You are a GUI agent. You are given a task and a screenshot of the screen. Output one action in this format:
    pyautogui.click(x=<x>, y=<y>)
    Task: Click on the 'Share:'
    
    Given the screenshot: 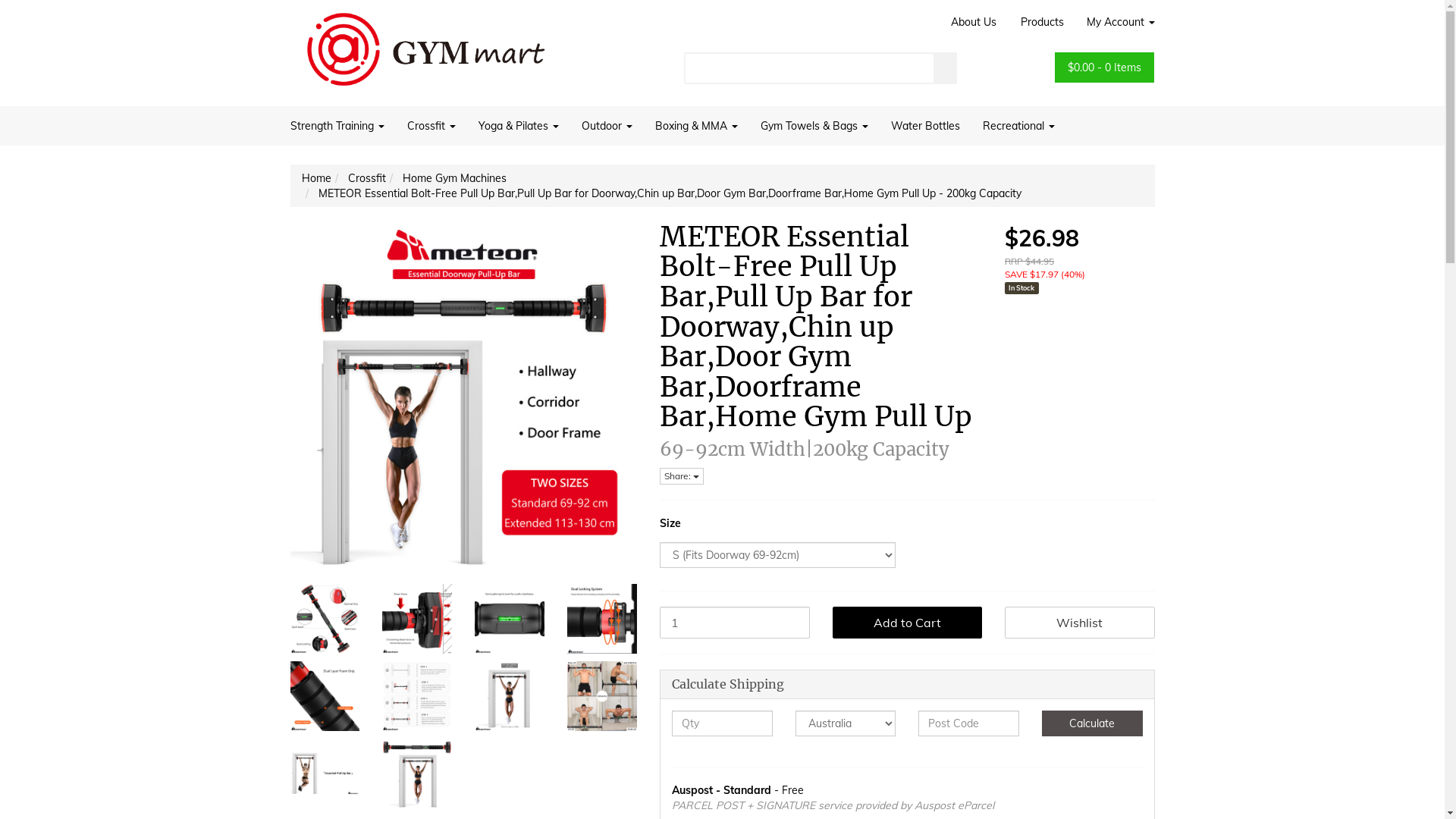 What is the action you would take?
    pyautogui.click(x=680, y=475)
    